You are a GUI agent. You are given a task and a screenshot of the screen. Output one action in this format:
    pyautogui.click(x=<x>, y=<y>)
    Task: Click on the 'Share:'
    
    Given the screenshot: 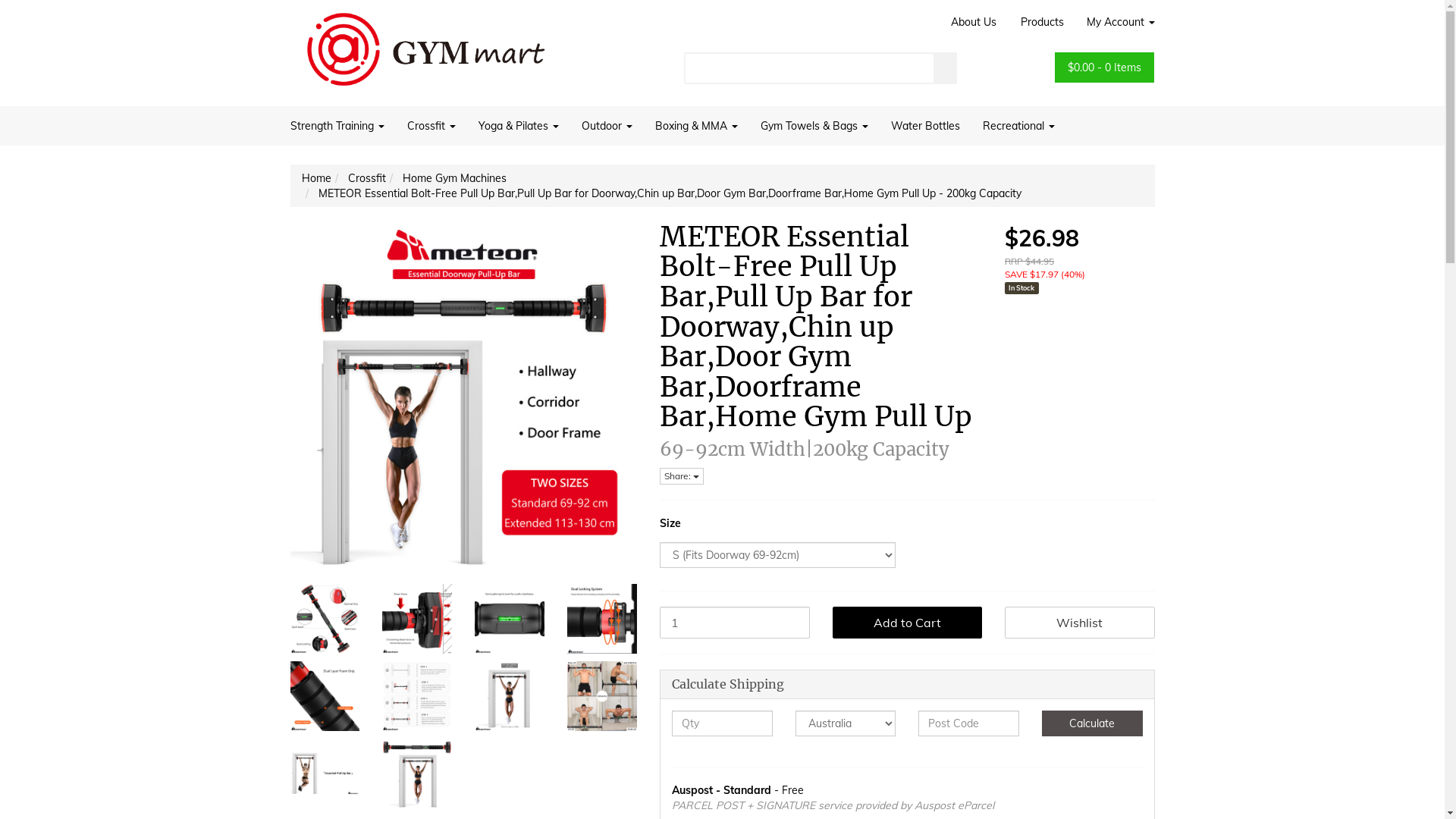 What is the action you would take?
    pyautogui.click(x=680, y=475)
    